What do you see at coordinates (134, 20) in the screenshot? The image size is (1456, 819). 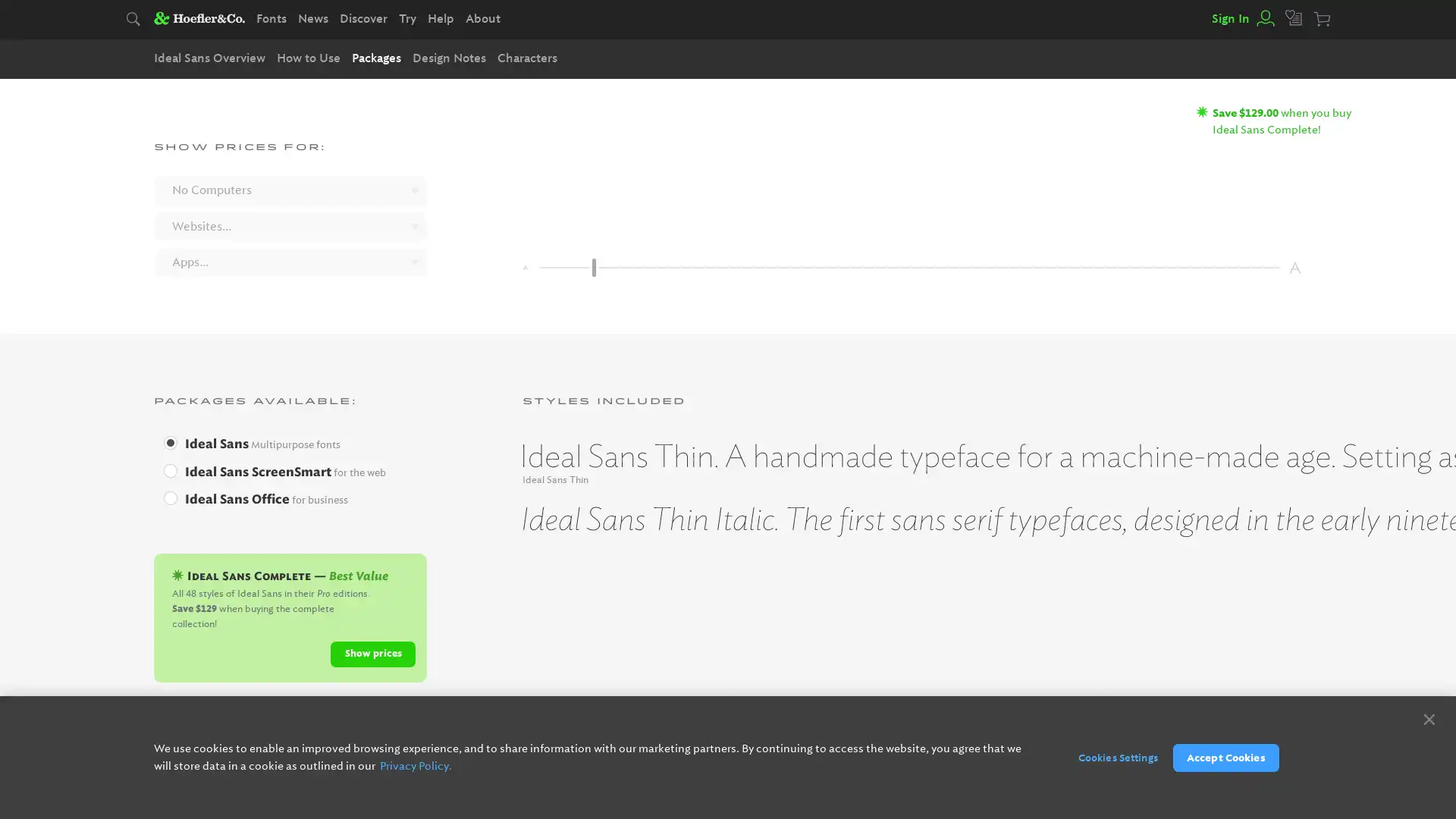 I see `Search typography.com` at bounding box center [134, 20].